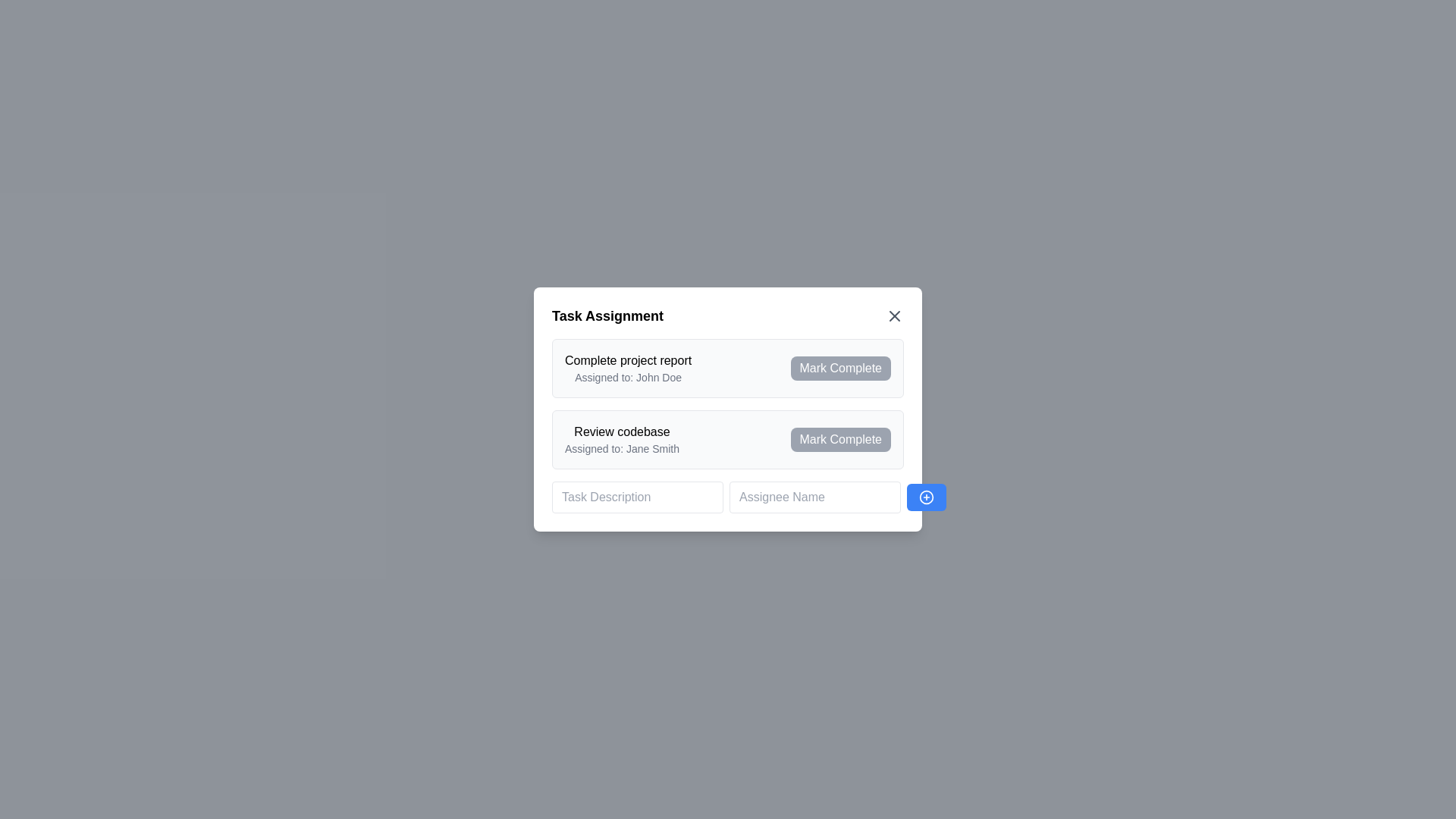 The image size is (1456, 819). Describe the element at coordinates (839, 439) in the screenshot. I see `the button marked 'Review codebase'` at that location.